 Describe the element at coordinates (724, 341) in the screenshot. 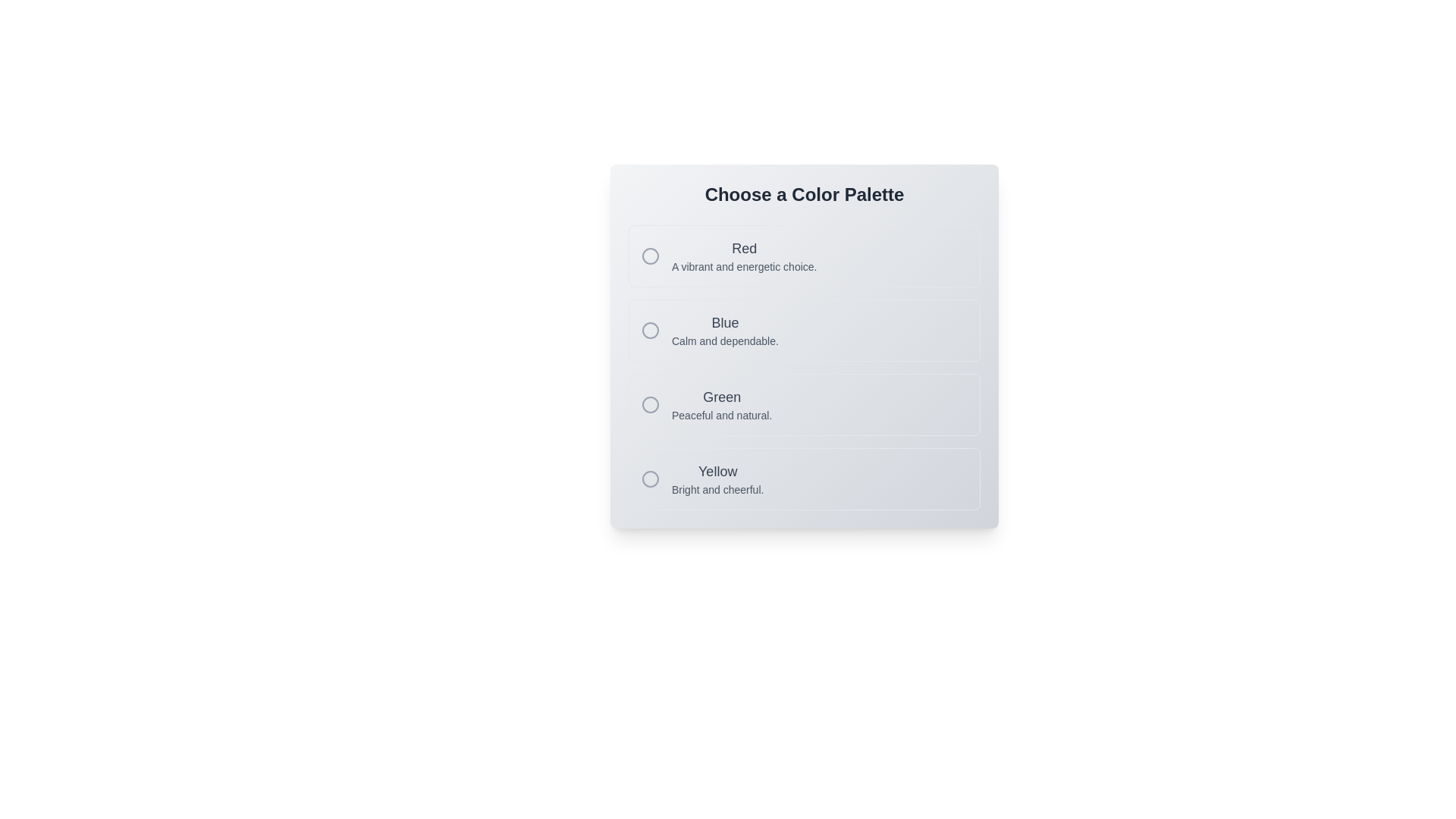

I see `the text label that provides additional descriptive information for the 'Blue' option, which is located below the main text 'Blue' in a vertical list of options` at that location.